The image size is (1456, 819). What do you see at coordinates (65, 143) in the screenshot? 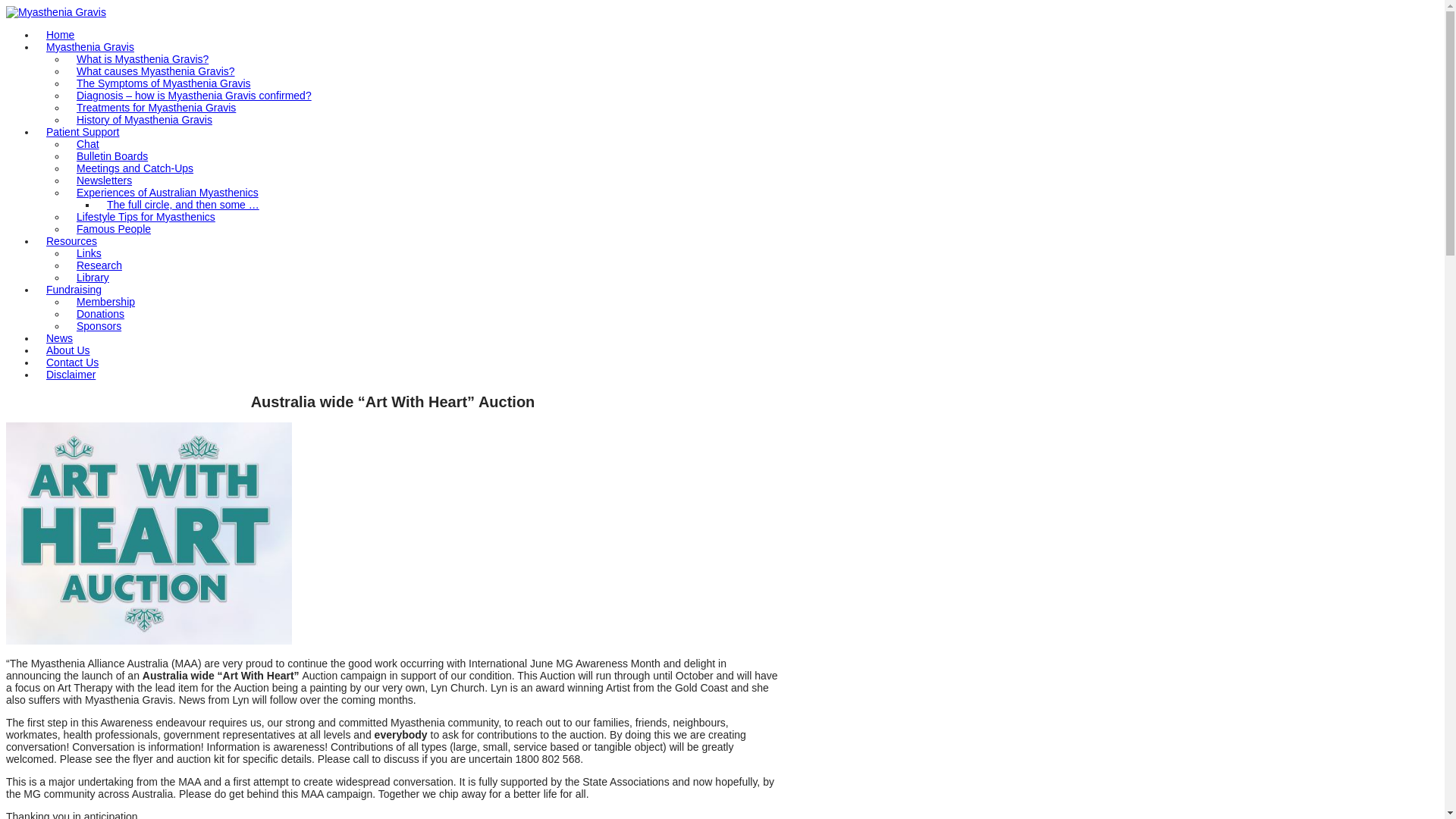
I see `'Chat'` at bounding box center [65, 143].